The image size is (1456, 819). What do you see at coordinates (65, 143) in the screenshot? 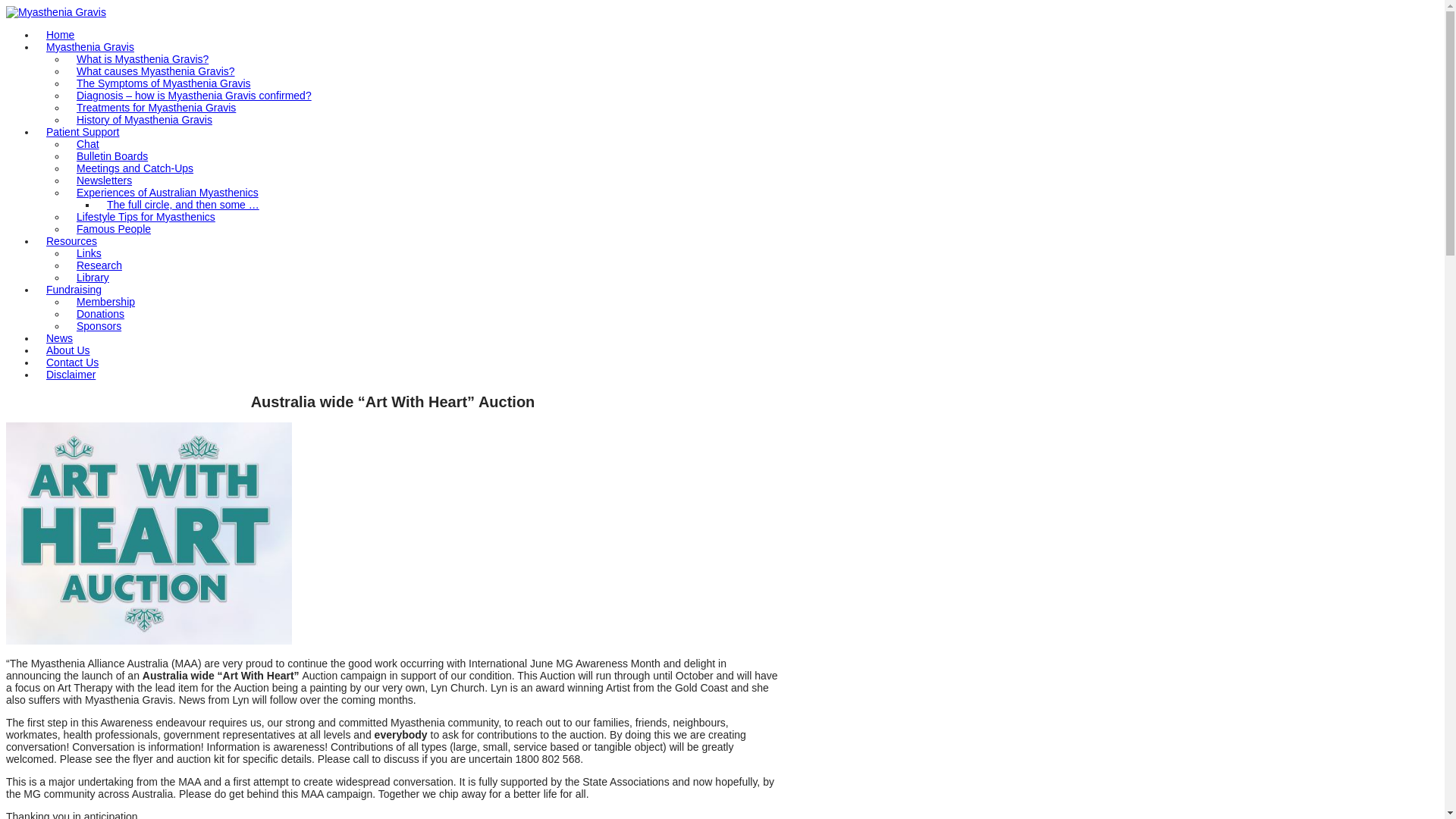
I see `'Chat'` at bounding box center [65, 143].